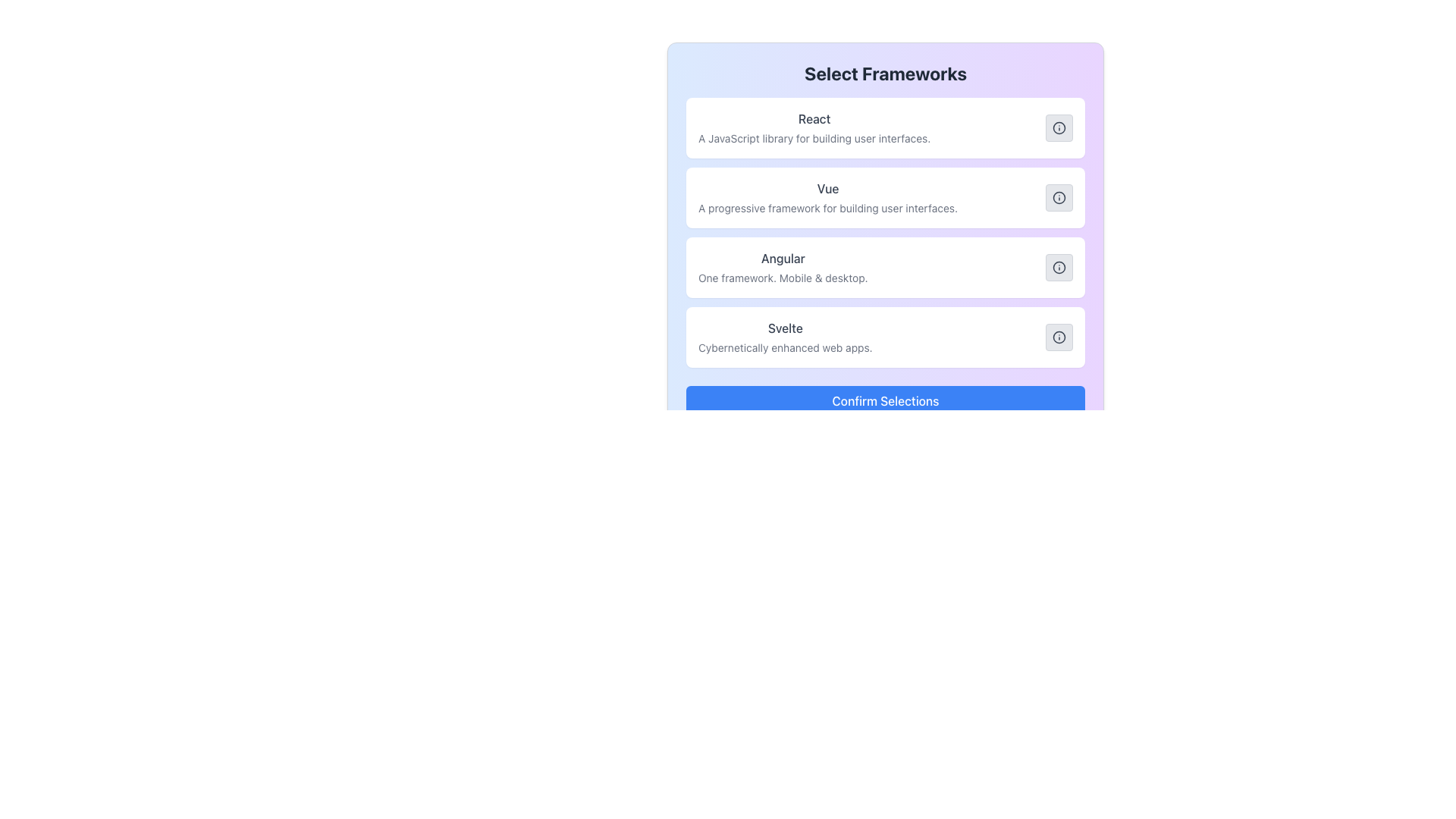 This screenshot has height=819, width=1456. What do you see at coordinates (885, 73) in the screenshot?
I see `the header text 'Select Frameworks', which is styled in bold with a large font size and centered alignment, located at the top of a rounded card-like panel` at bounding box center [885, 73].